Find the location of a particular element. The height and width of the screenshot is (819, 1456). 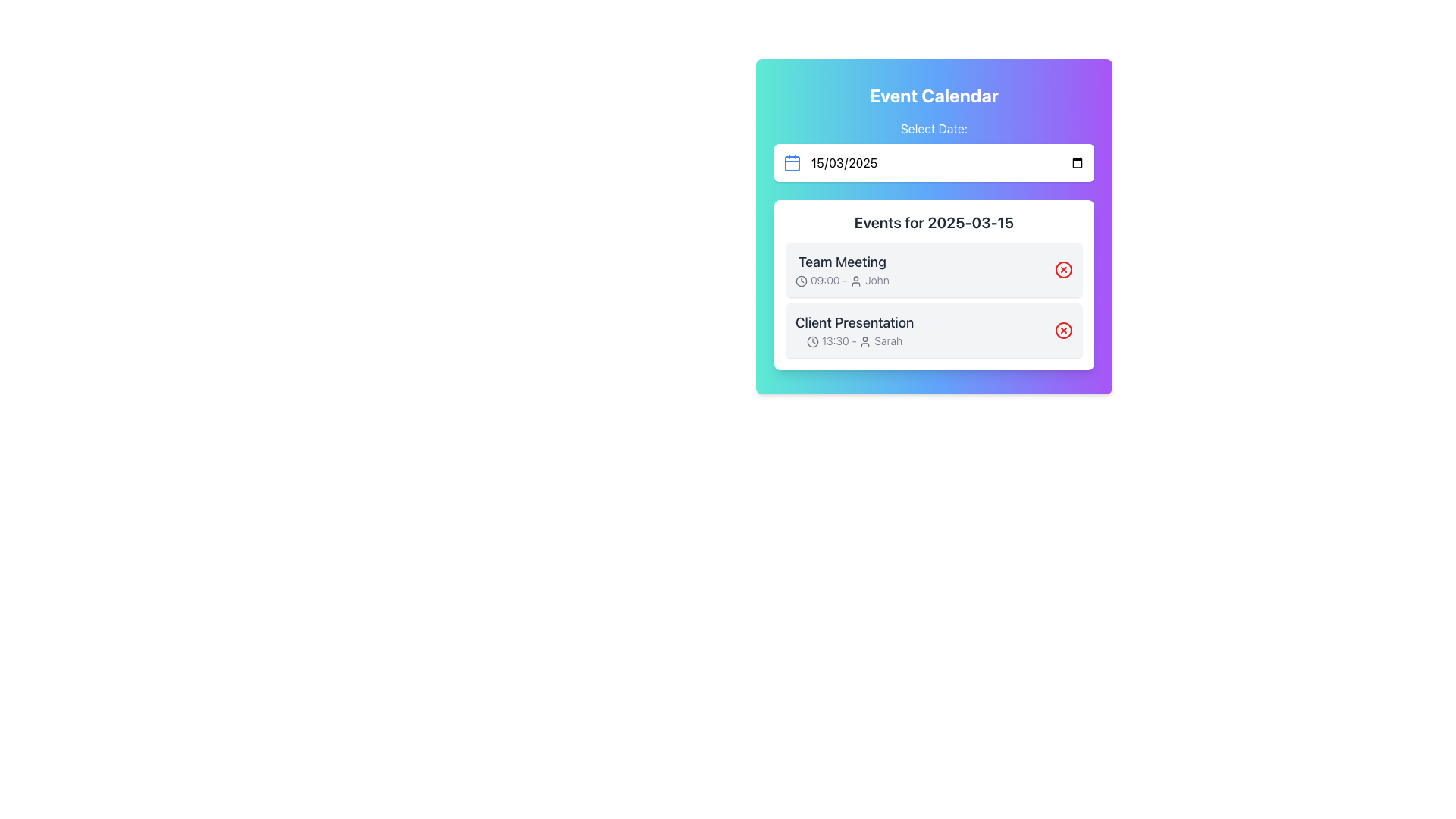

the text label displaying 'Select Date:' in white font color, which is positioned above the date picker field in the header section is located at coordinates (934, 127).